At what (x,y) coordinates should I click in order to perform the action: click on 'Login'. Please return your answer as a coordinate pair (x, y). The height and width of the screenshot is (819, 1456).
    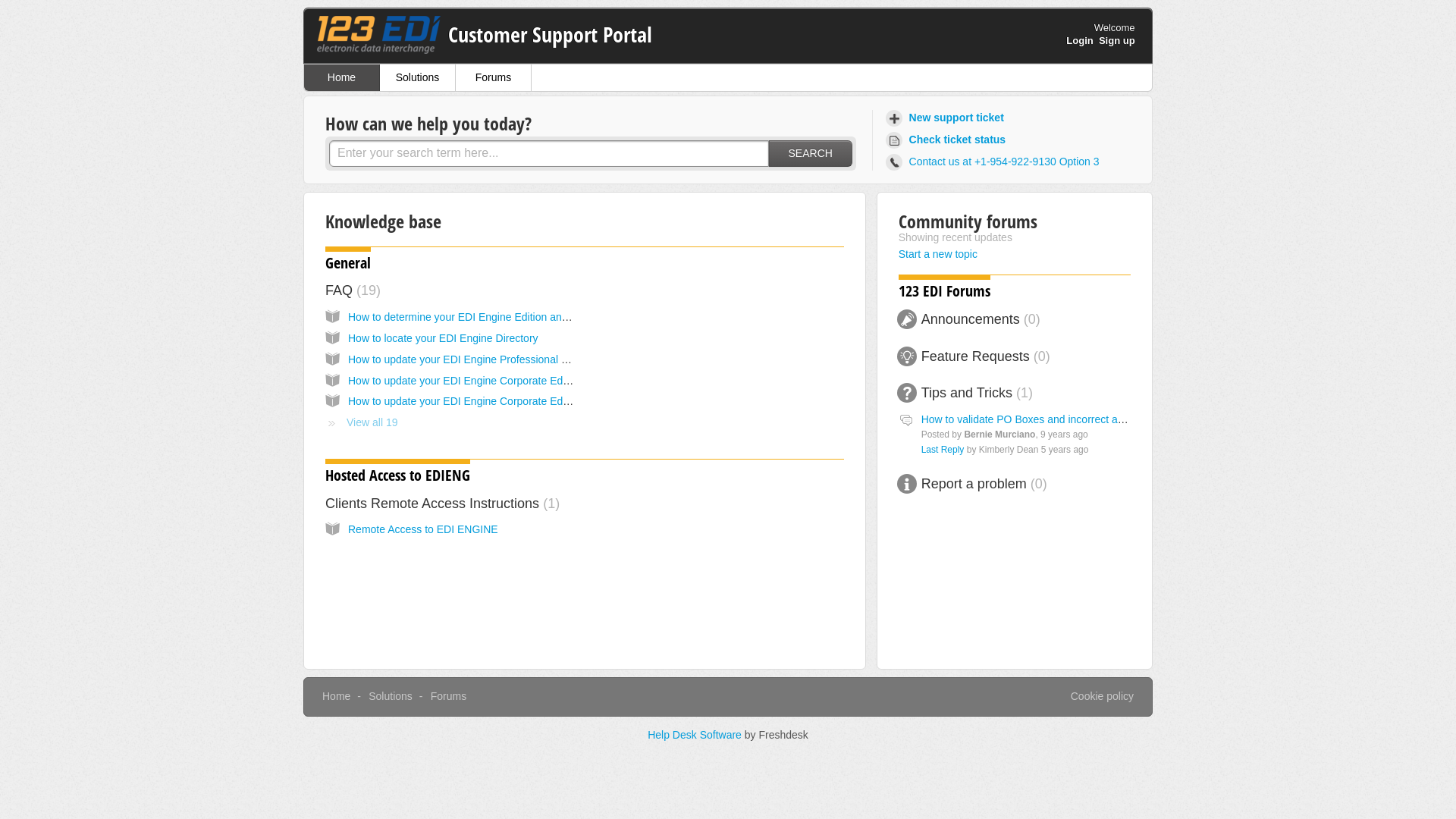
    Looking at the image, I should click on (1078, 39).